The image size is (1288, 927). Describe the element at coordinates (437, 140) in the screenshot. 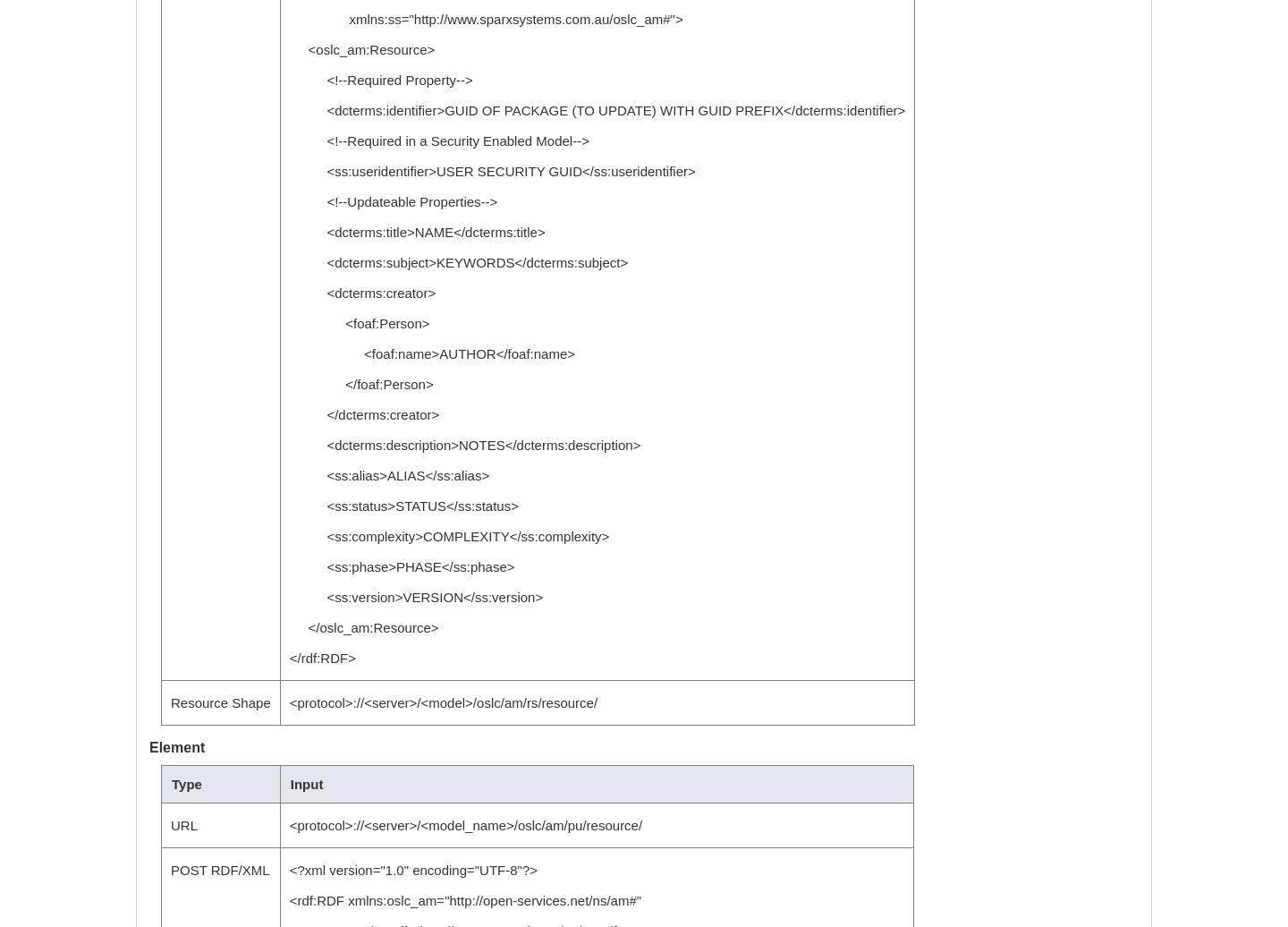

I see `'<!--Required in a Security Enabled Model-->'` at that location.